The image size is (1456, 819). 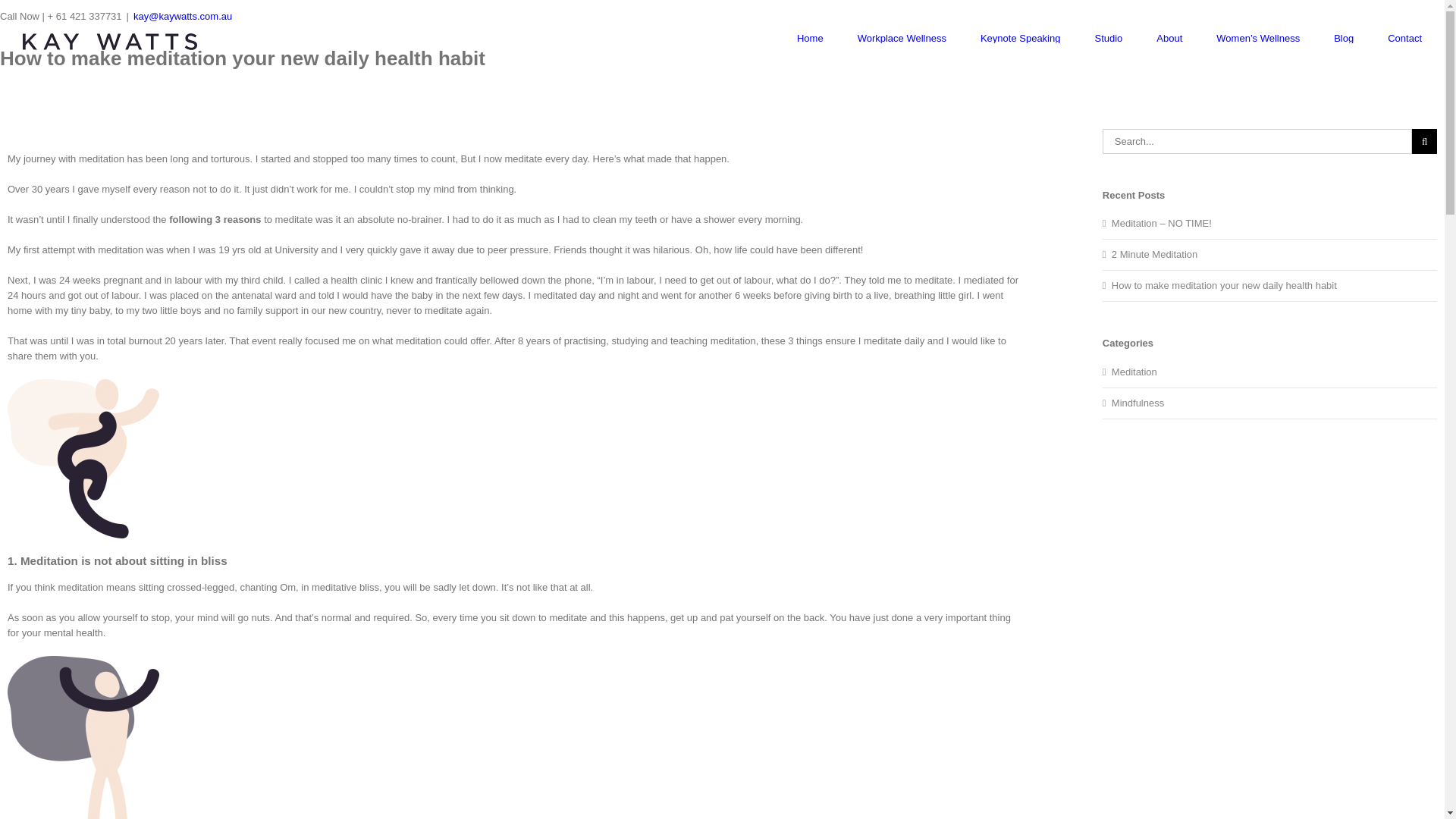 What do you see at coordinates (1094, 37) in the screenshot?
I see `'Studio'` at bounding box center [1094, 37].